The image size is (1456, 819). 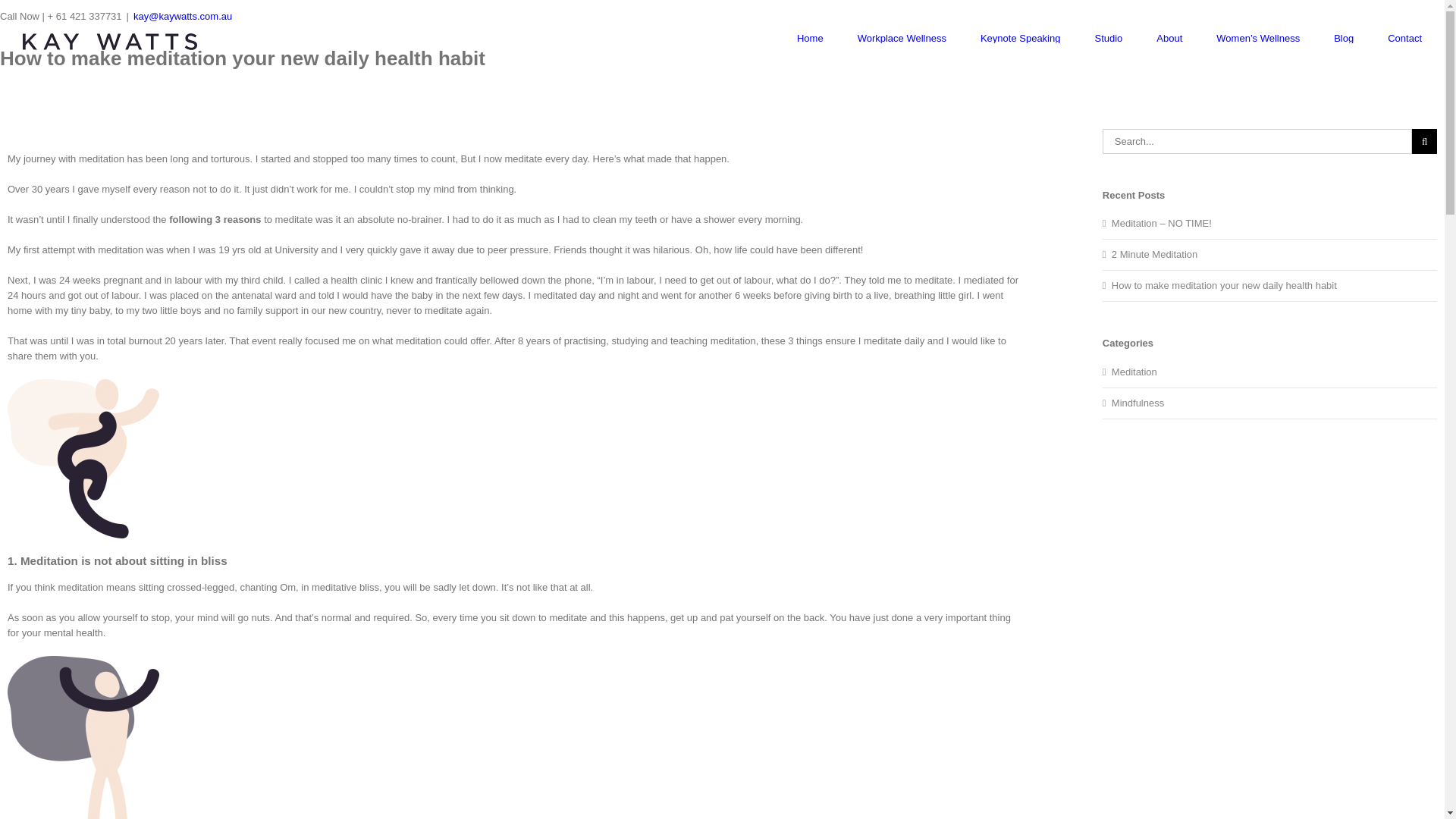 What do you see at coordinates (1094, 37) in the screenshot?
I see `'Studio'` at bounding box center [1094, 37].